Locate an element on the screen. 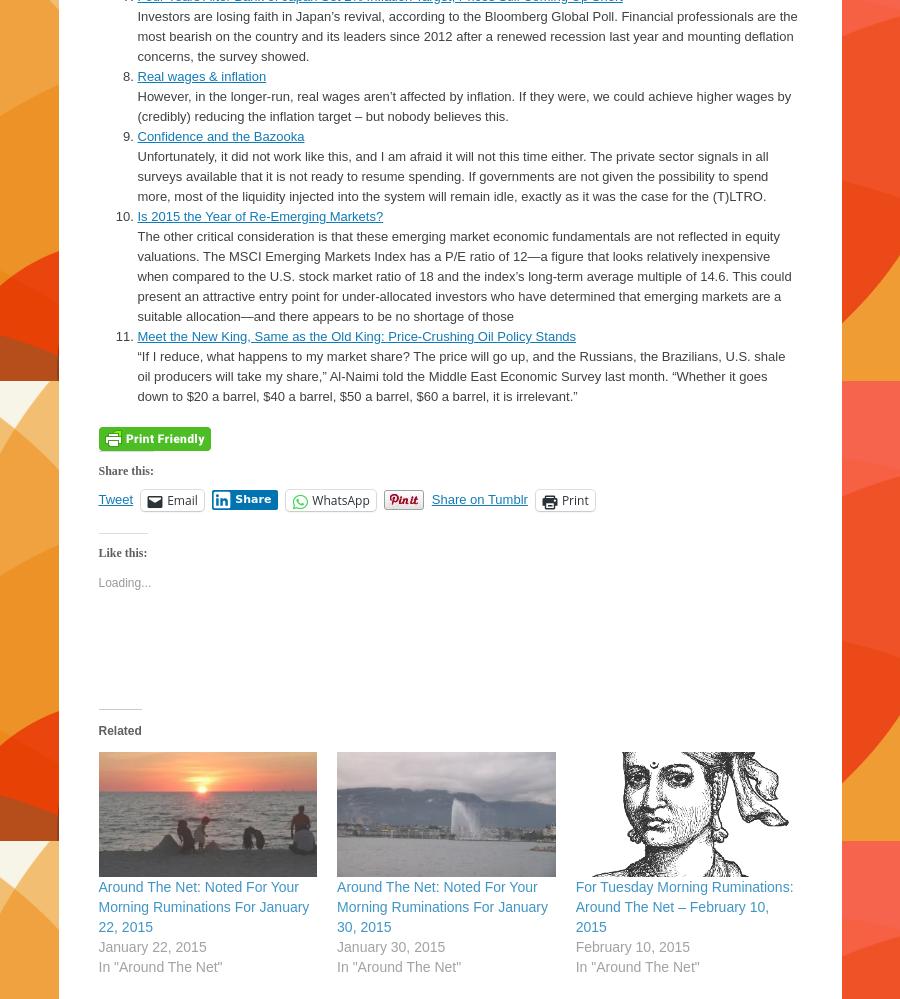 The image size is (900, 999). 'Confidence and the Bazooka' is located at coordinates (220, 136).